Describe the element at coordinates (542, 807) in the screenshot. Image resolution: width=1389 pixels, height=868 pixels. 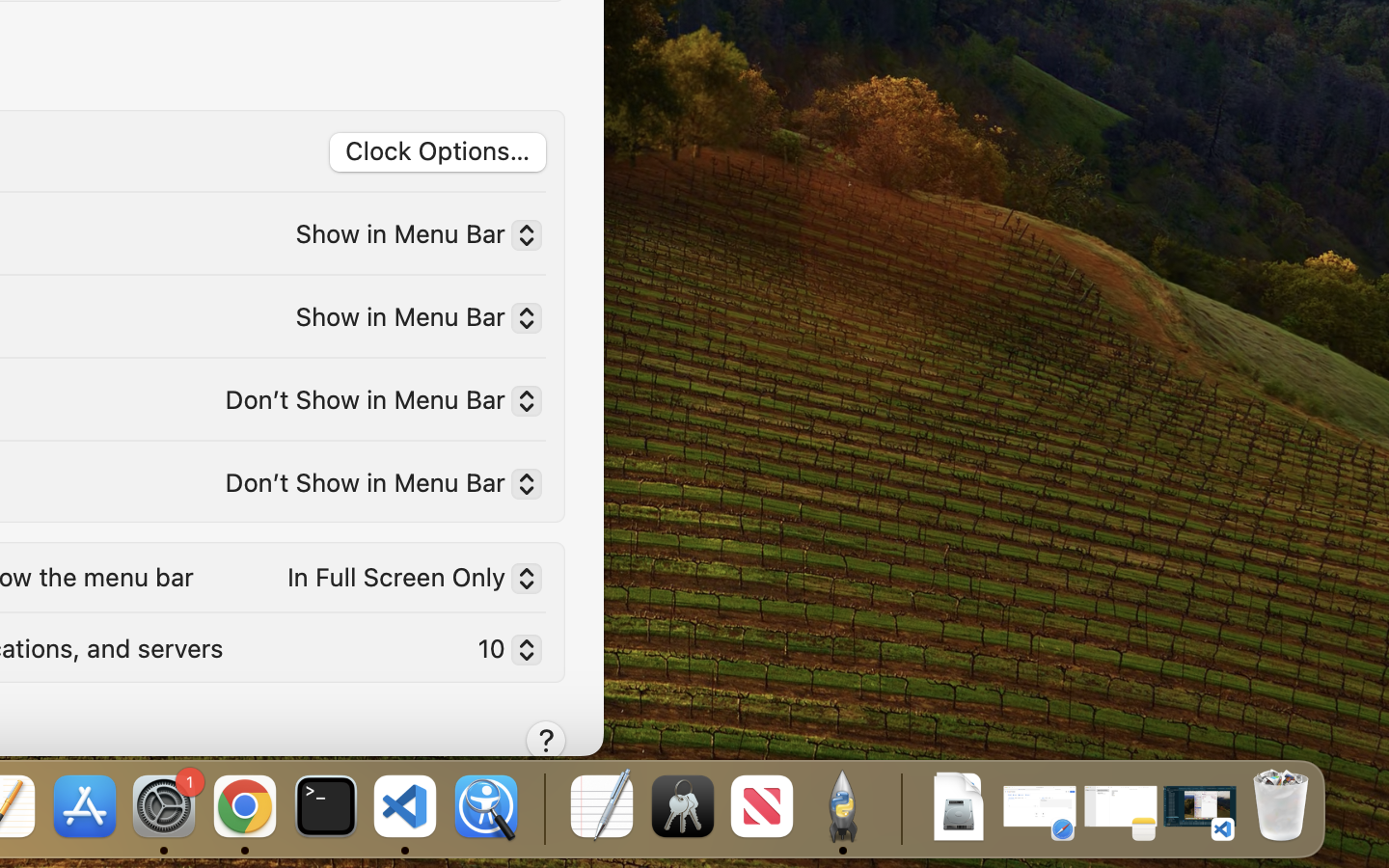
I see `'0.4285714328289032'` at that location.